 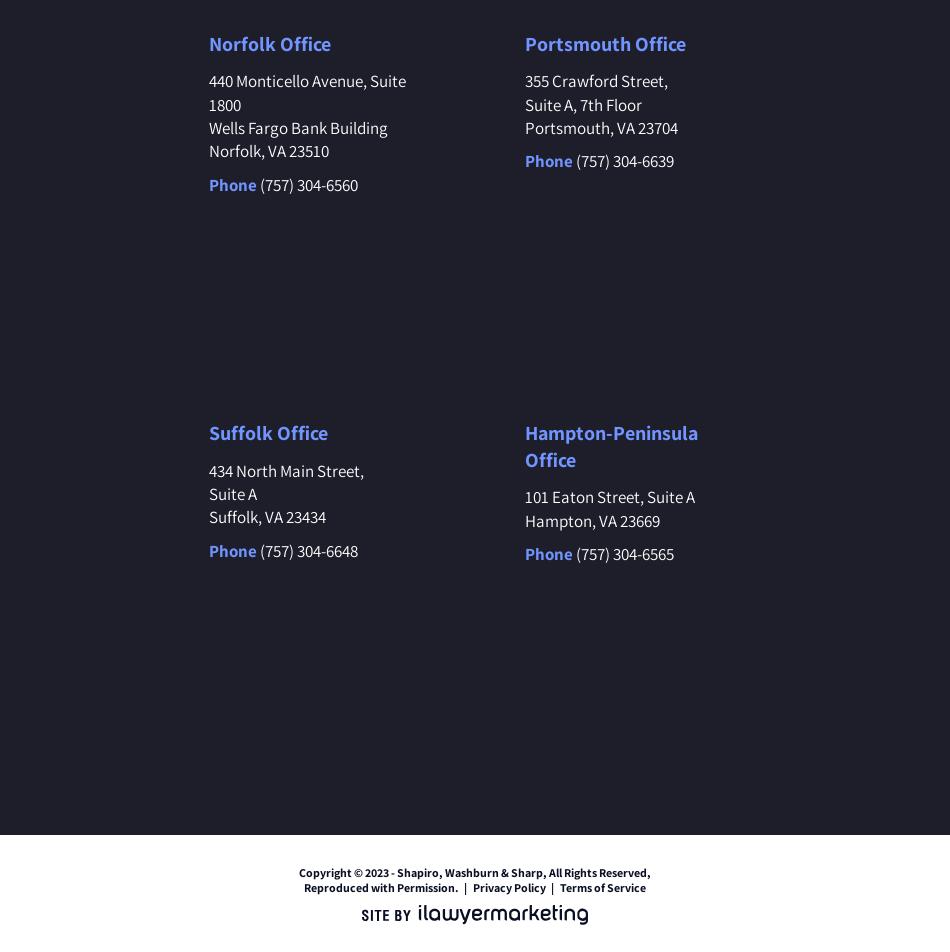 I want to click on 'Portsmouth, VA 23704', so click(x=601, y=126).